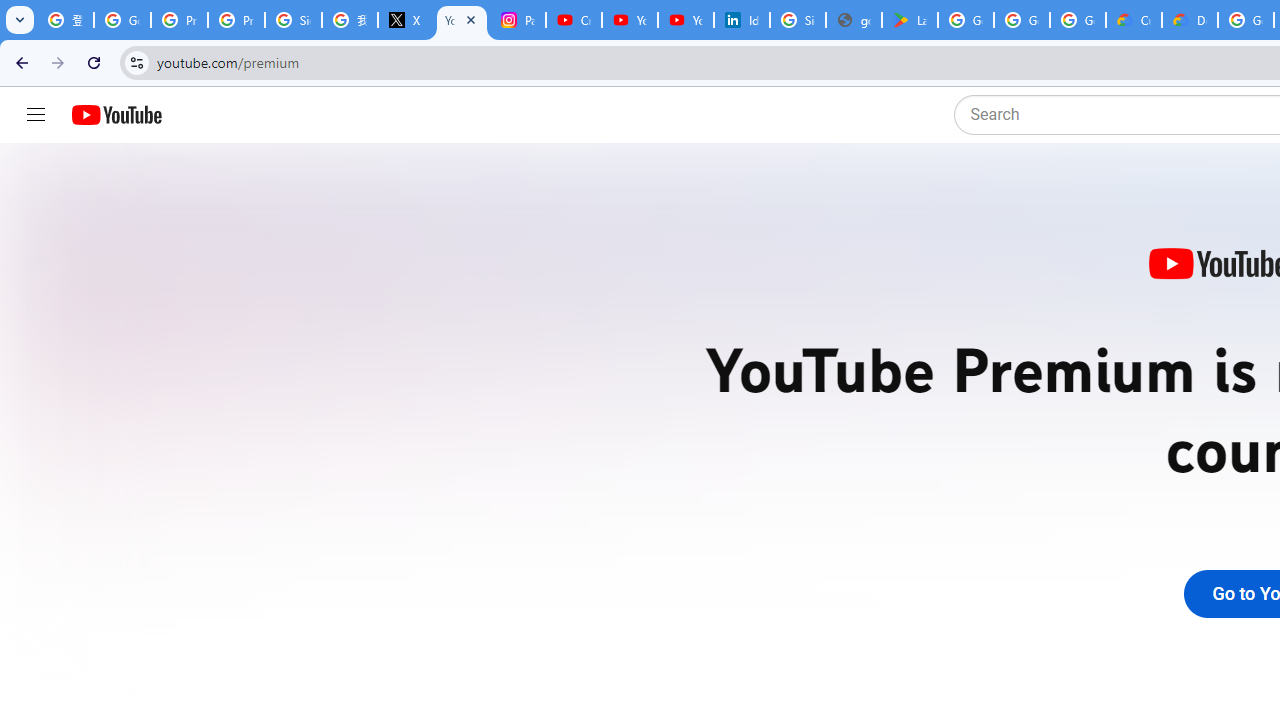  I want to click on 'Sign in - Google Accounts', so click(797, 20).